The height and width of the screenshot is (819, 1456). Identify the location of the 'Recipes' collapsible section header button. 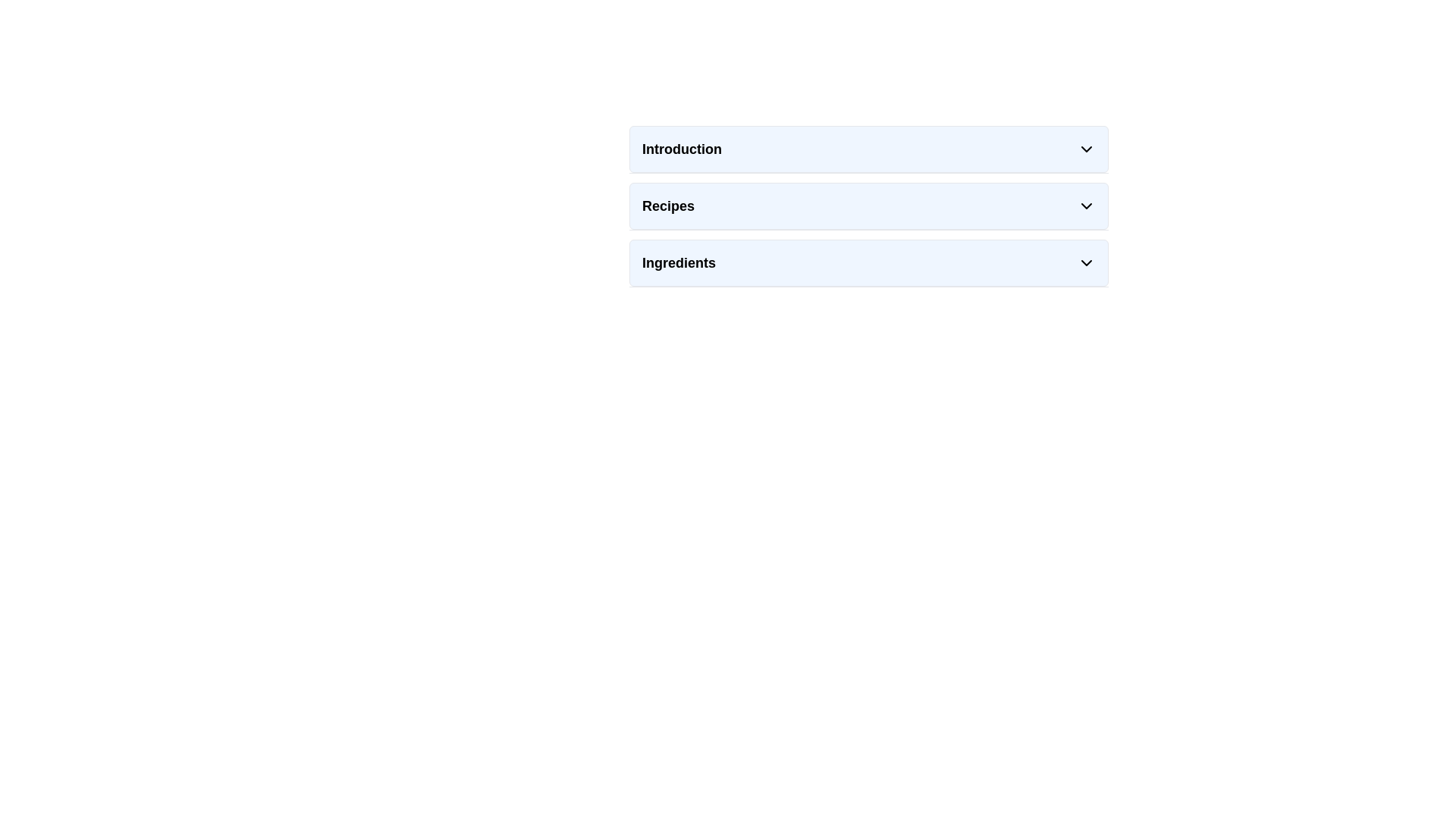
(869, 206).